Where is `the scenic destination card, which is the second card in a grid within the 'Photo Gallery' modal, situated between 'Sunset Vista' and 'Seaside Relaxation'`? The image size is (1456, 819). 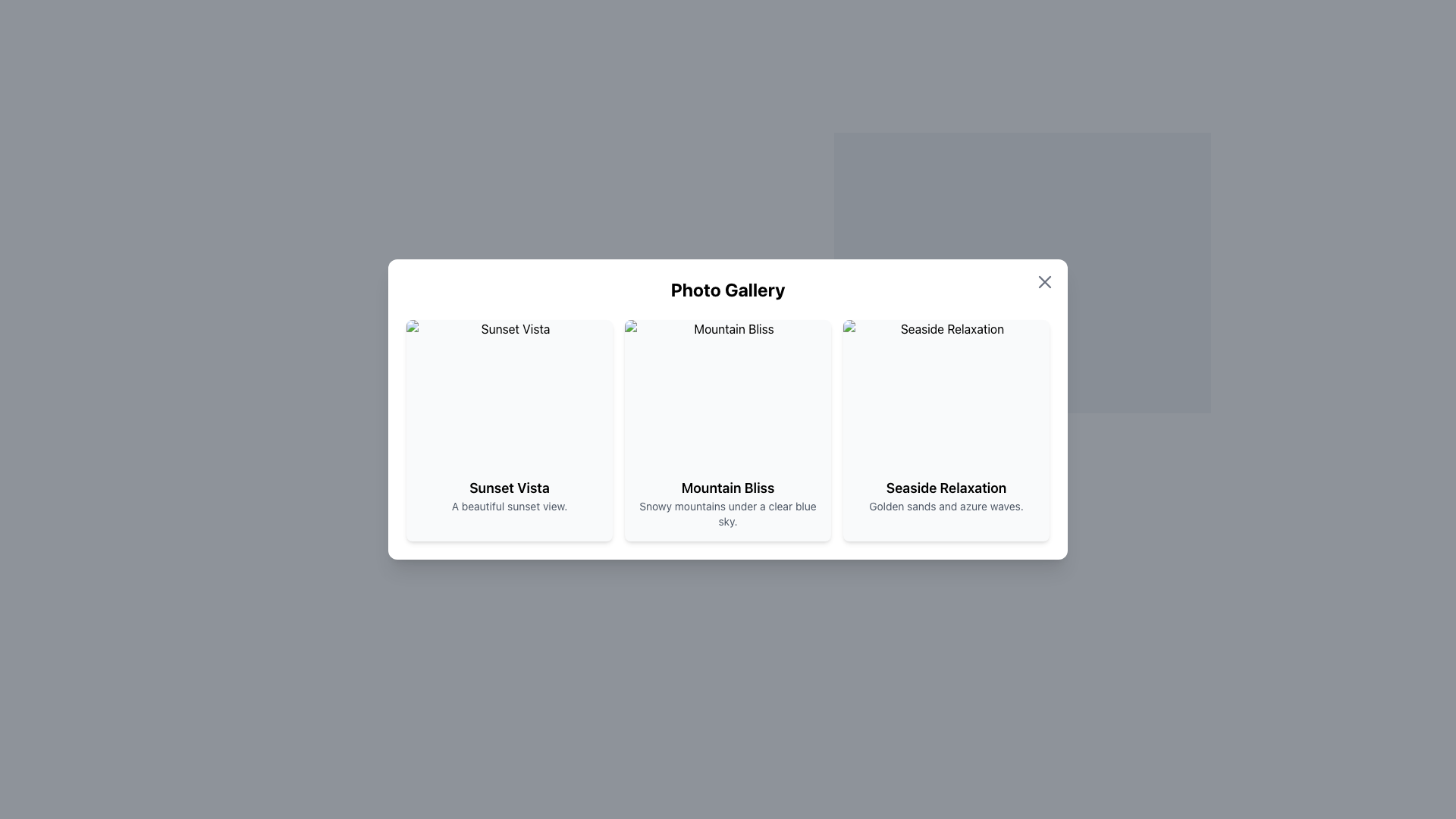 the scenic destination card, which is the second card in a grid within the 'Photo Gallery' modal, situated between 'Sunset Vista' and 'Seaside Relaxation' is located at coordinates (728, 430).